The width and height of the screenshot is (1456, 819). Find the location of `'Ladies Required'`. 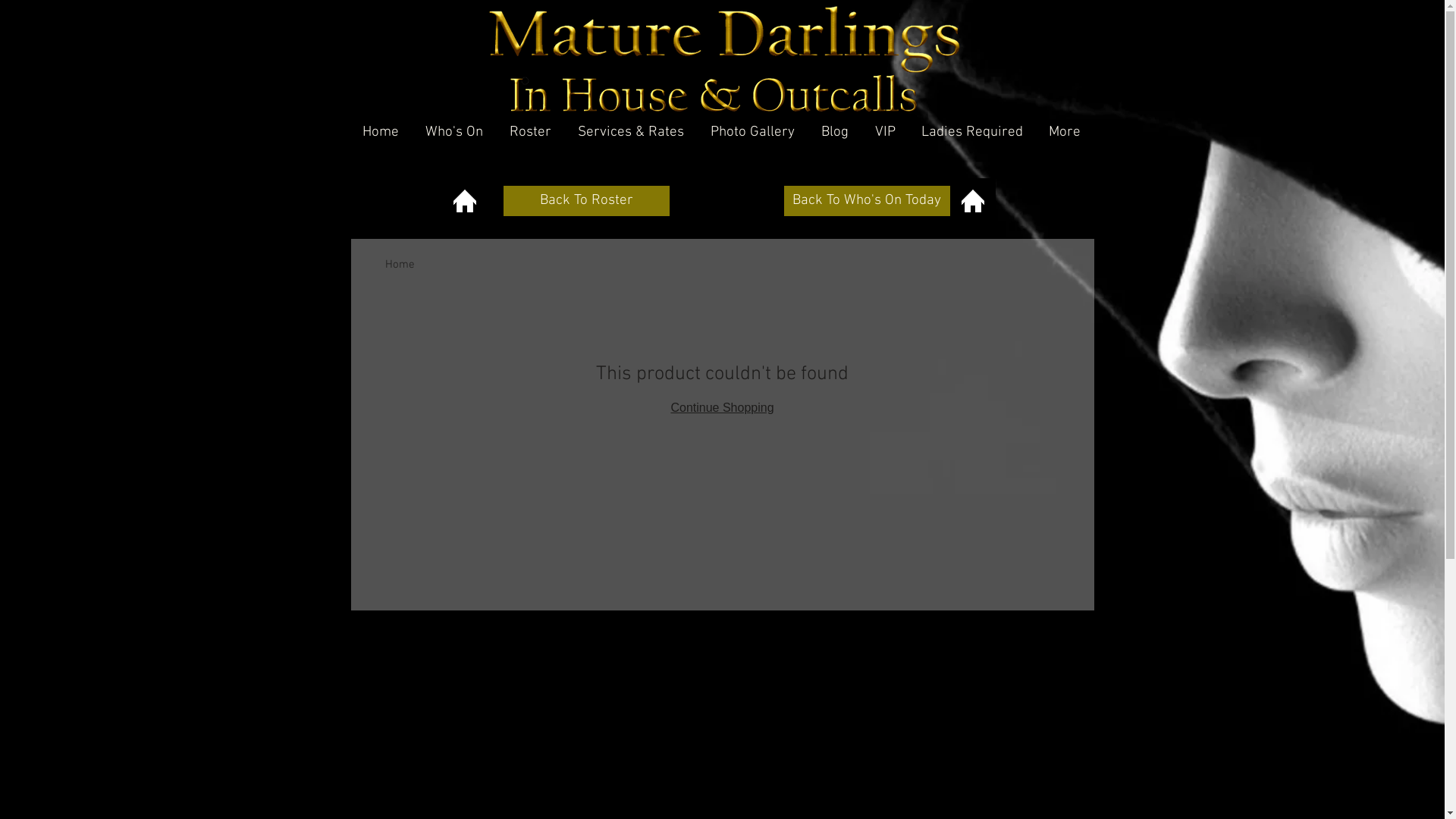

'Ladies Required' is located at coordinates (908, 131).